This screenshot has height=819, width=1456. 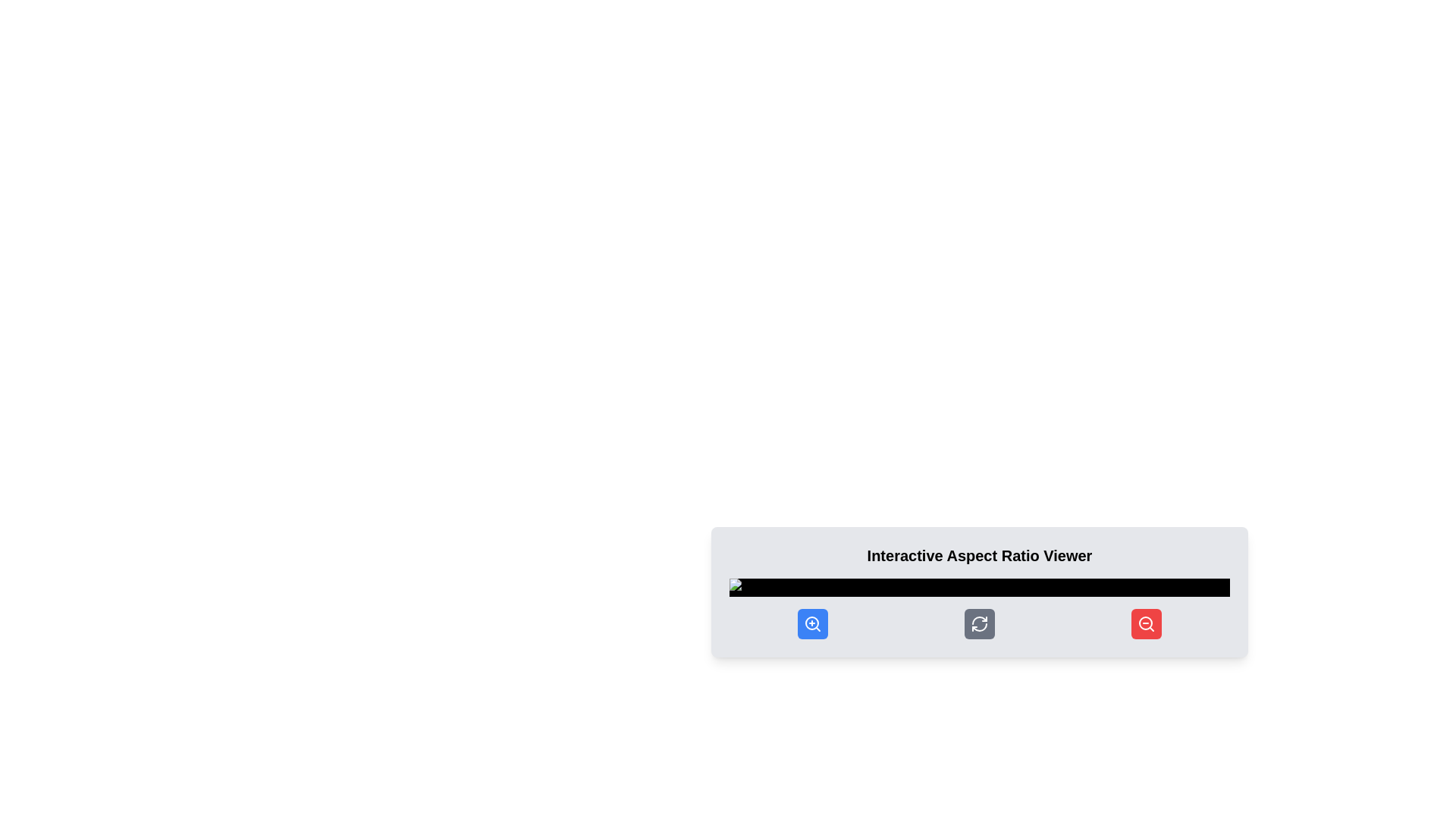 I want to click on the refresh icon styled as circular arrows within the round button located in the central part of the toolbar at the bottom of the interface, so click(x=979, y=623).